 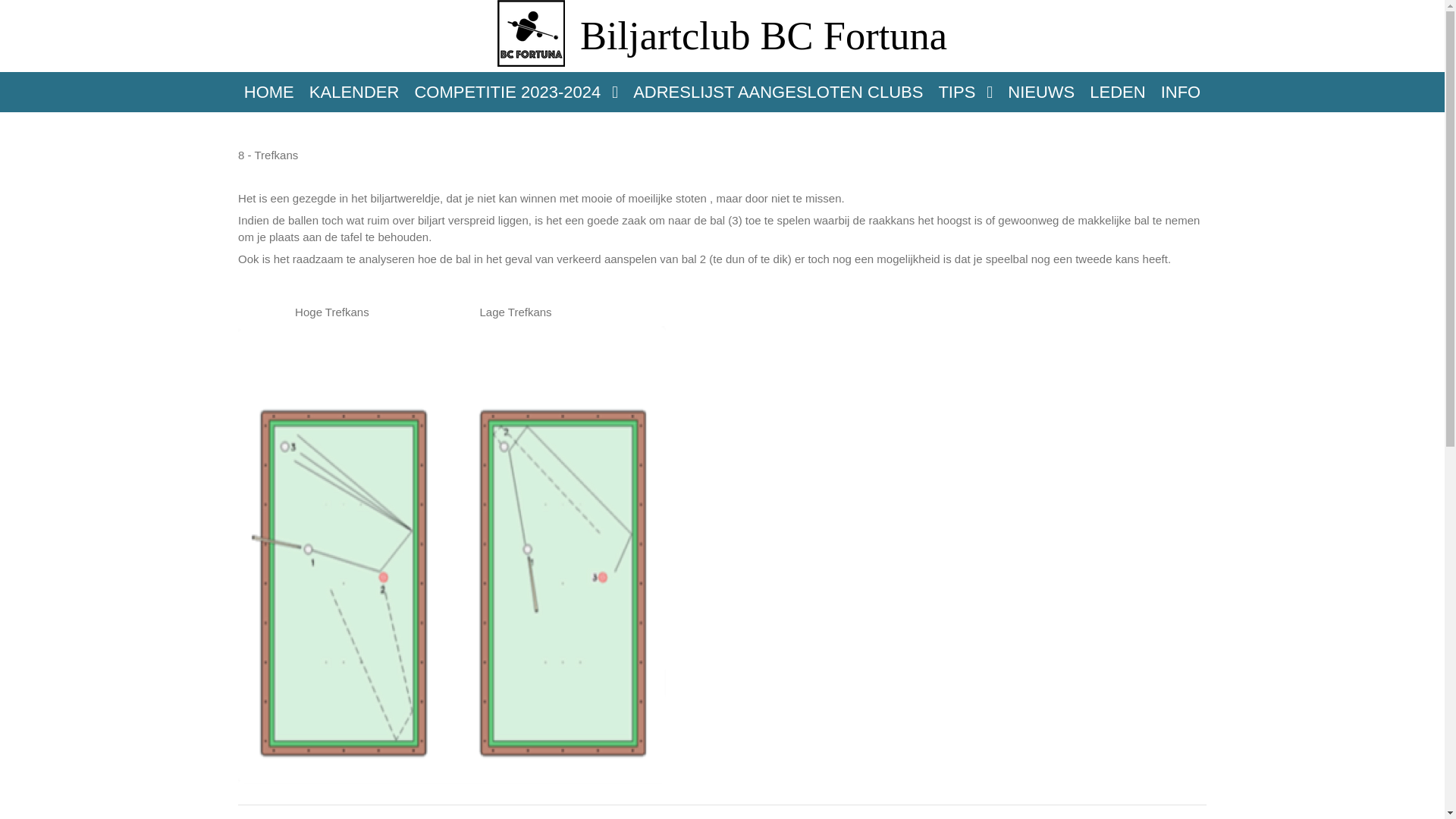 What do you see at coordinates (531, 33) in the screenshot?
I see `'BC Fortuna'` at bounding box center [531, 33].